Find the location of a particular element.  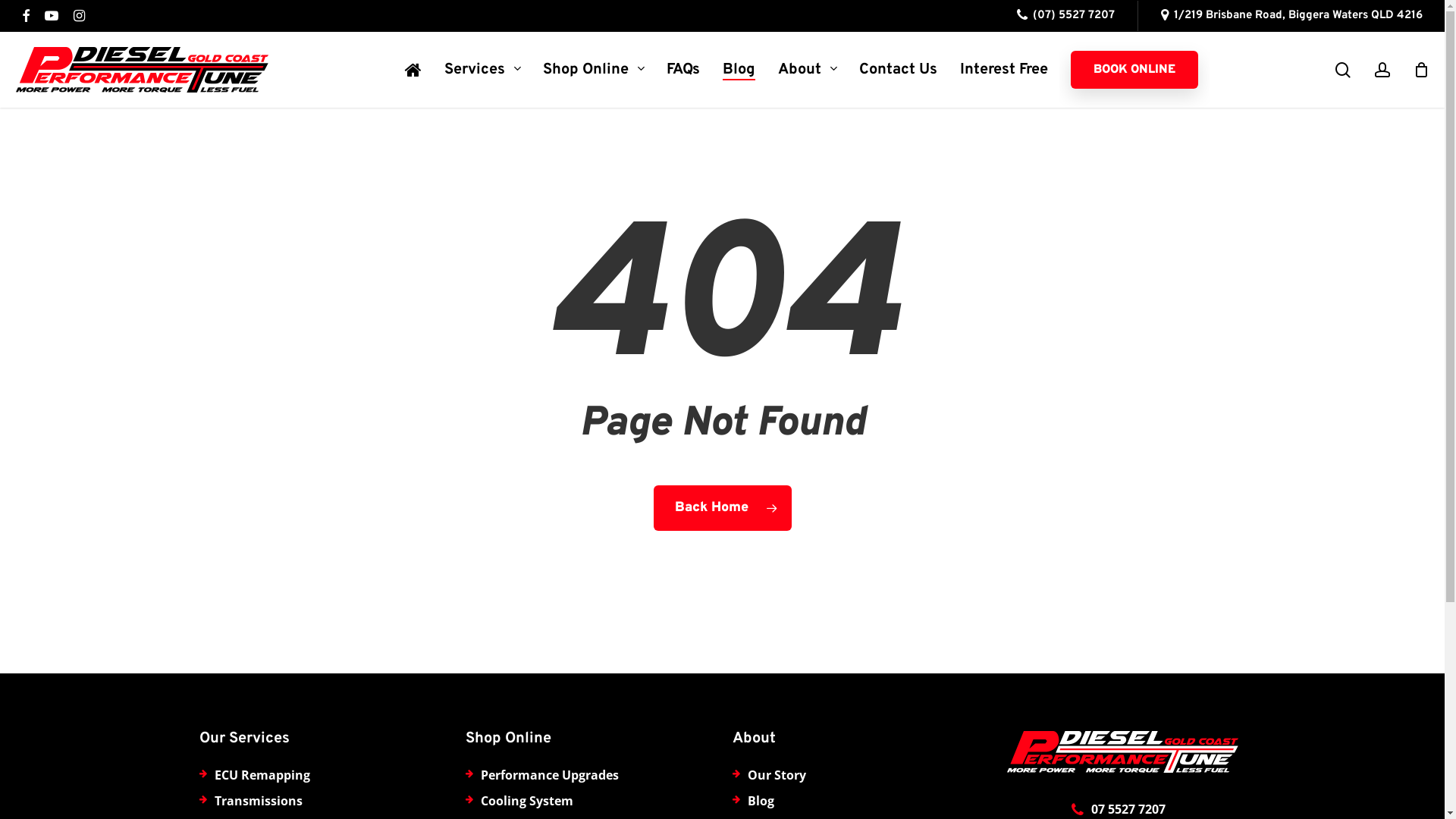

'Transmissions' is located at coordinates (258, 800).